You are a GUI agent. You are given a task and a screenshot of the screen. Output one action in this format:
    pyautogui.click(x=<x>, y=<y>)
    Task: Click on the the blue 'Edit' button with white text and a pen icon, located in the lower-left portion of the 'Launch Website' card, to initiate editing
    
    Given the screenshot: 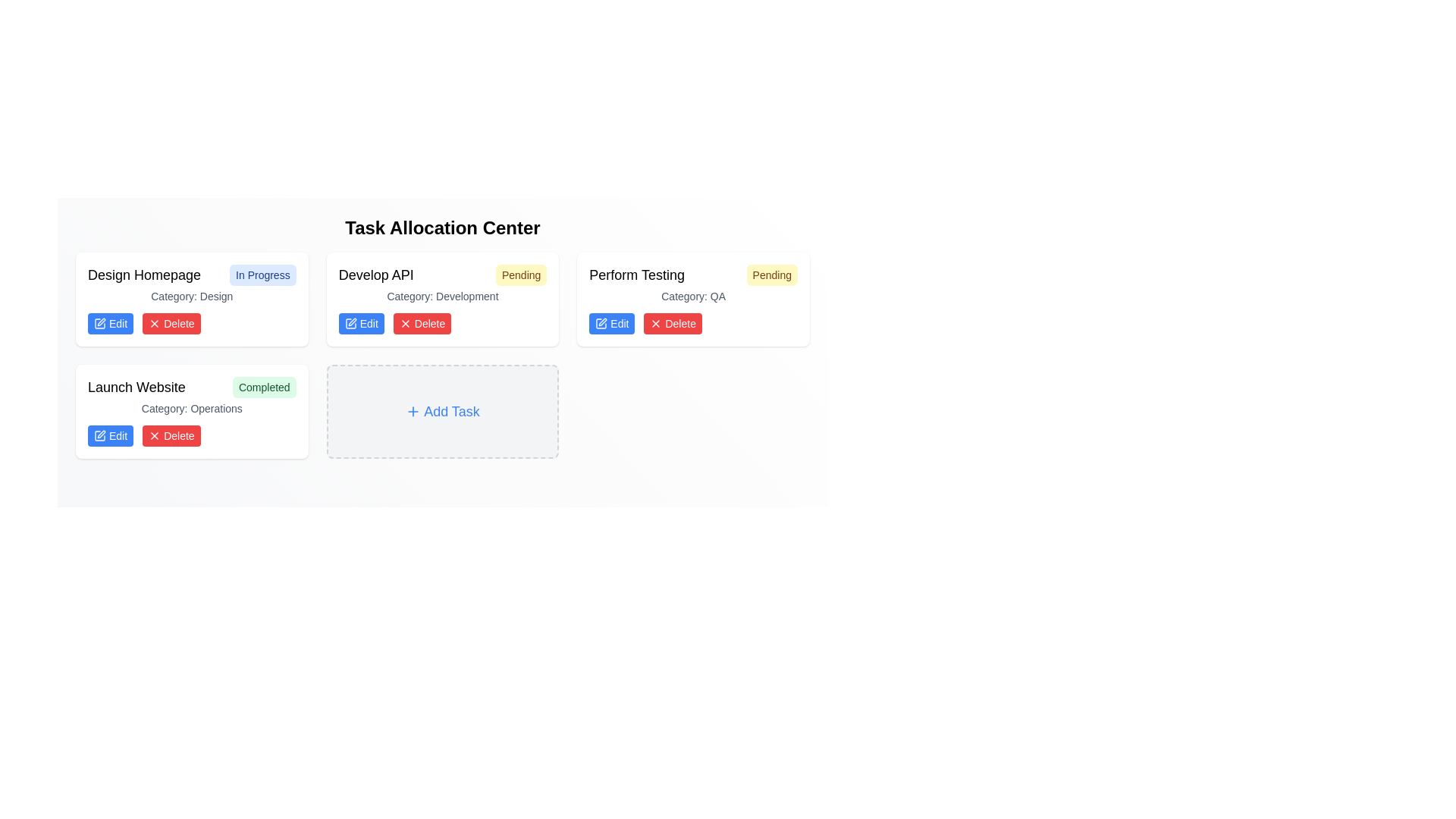 What is the action you would take?
    pyautogui.click(x=110, y=435)
    